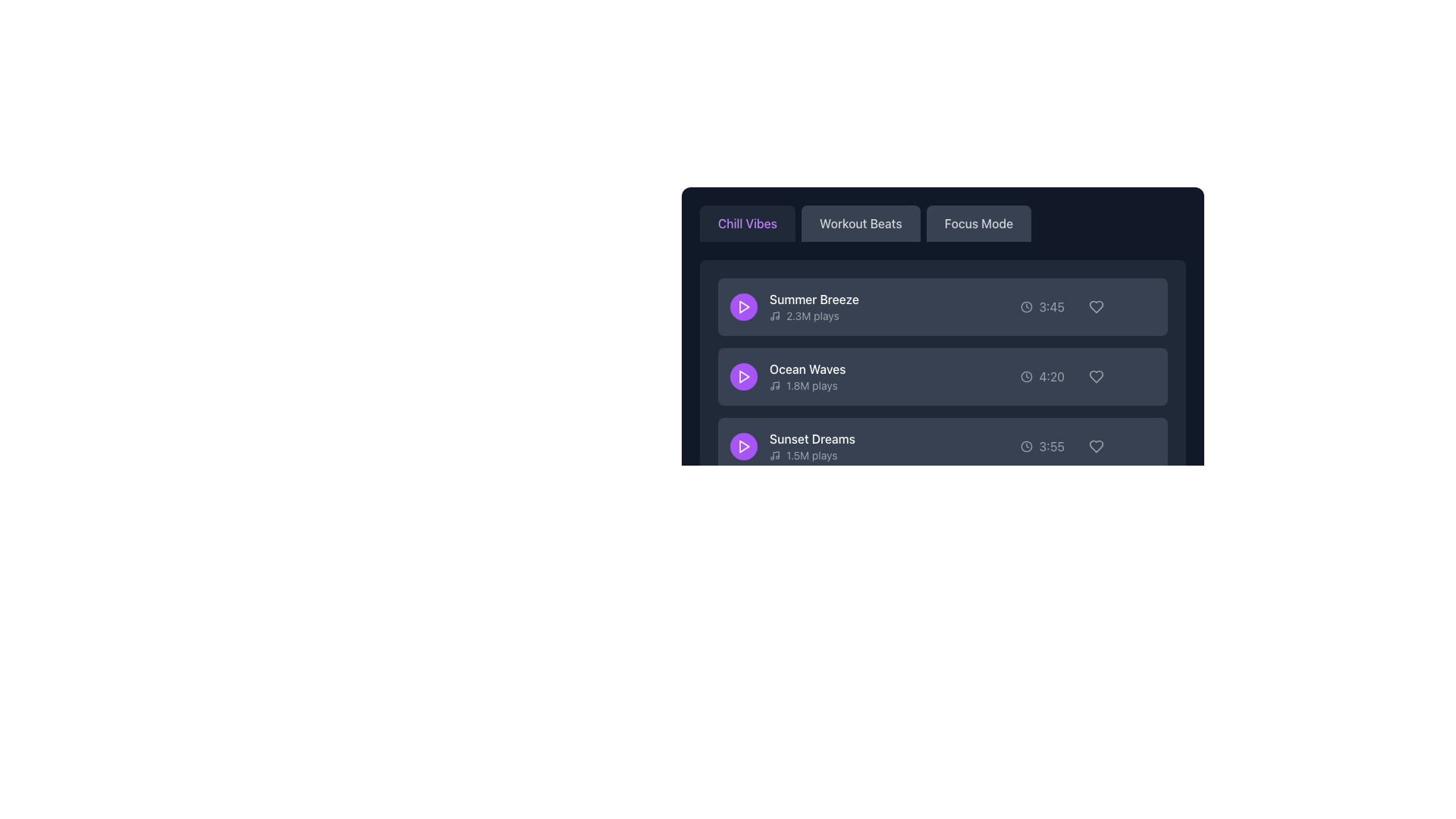 The height and width of the screenshot is (819, 1456). I want to click on the composite text element displaying '4:20' with a clock icon, located in the second row of the vertical list of items for the 'Ocean Waves' entry, so click(1042, 376).